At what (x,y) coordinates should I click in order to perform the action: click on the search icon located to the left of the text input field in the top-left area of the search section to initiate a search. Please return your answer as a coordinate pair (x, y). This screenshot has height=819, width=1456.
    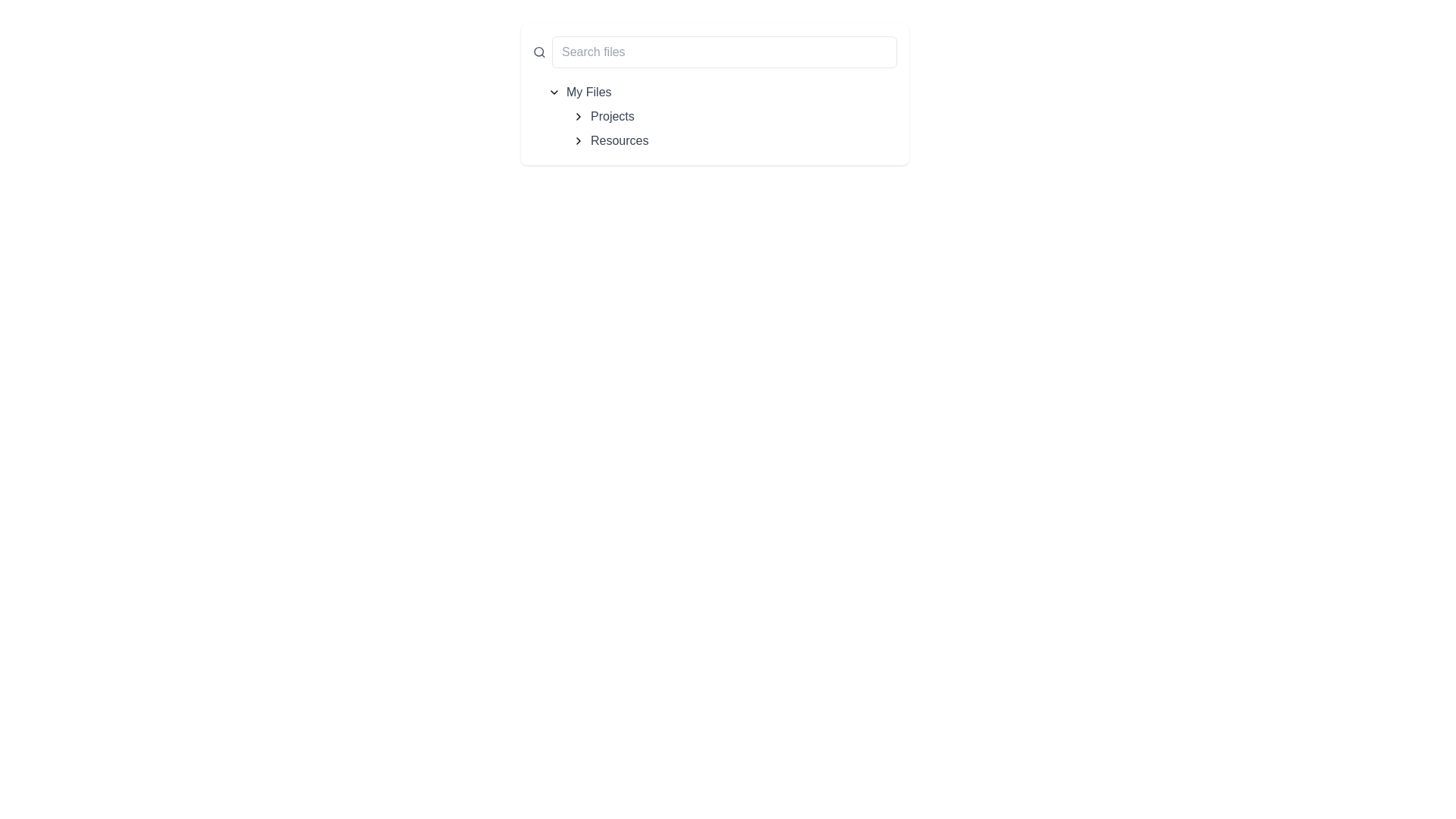
    Looking at the image, I should click on (539, 52).